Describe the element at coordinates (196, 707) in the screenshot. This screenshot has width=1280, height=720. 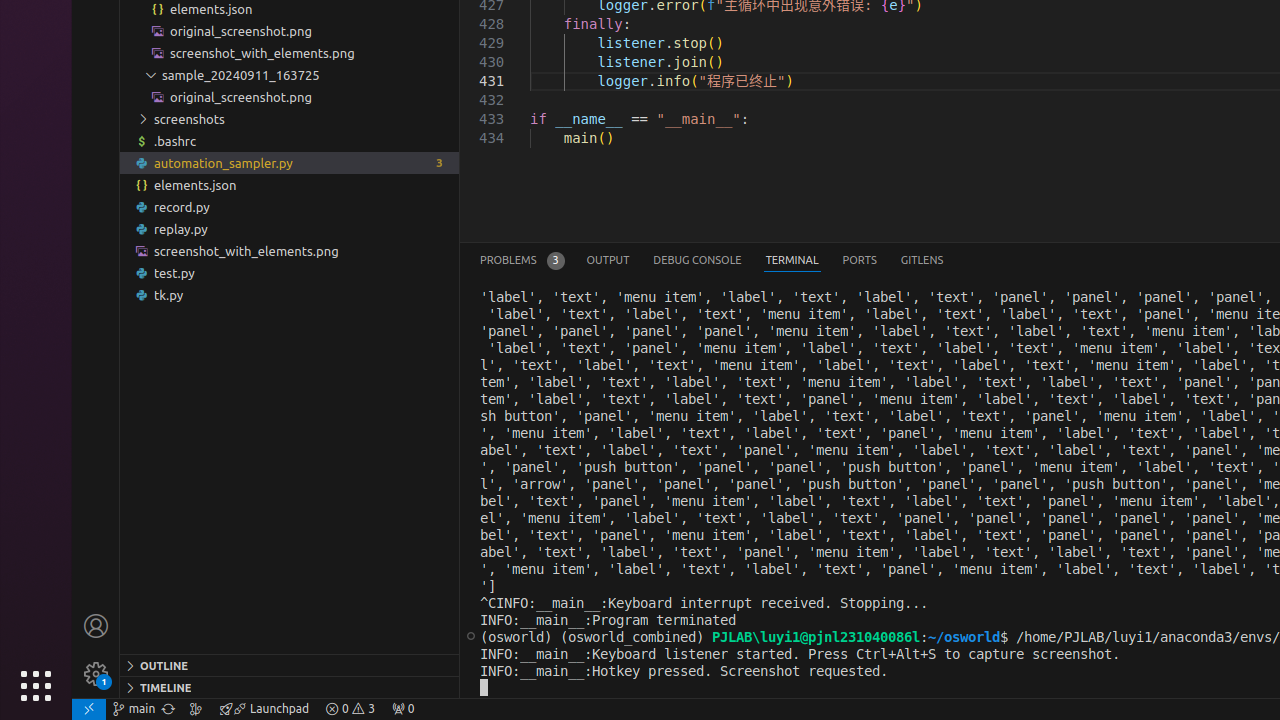
I see `'Show the GitLens Commit Graph'` at that location.